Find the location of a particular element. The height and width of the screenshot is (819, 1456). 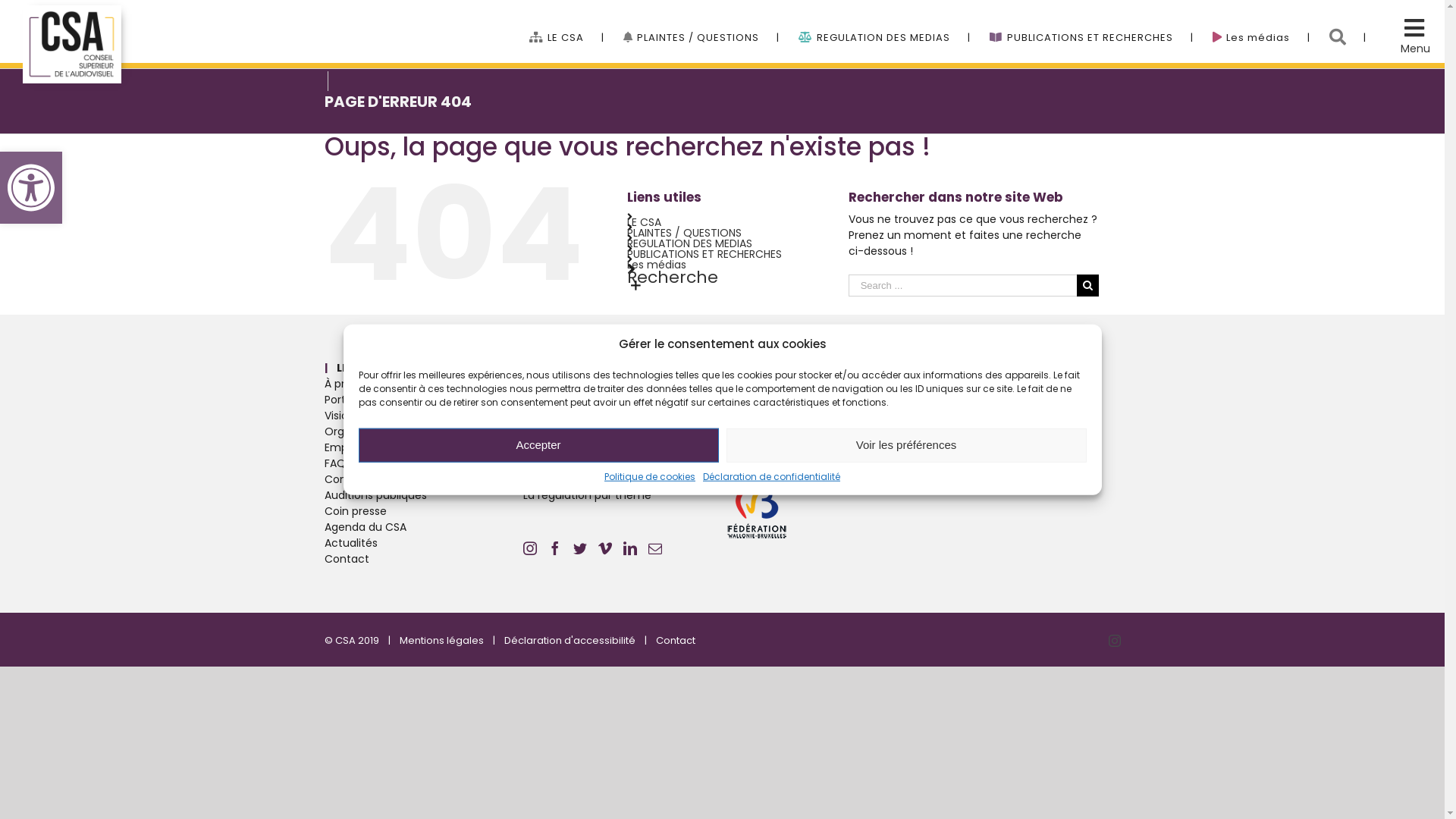

'Organigramme' is located at coordinates (424, 431).